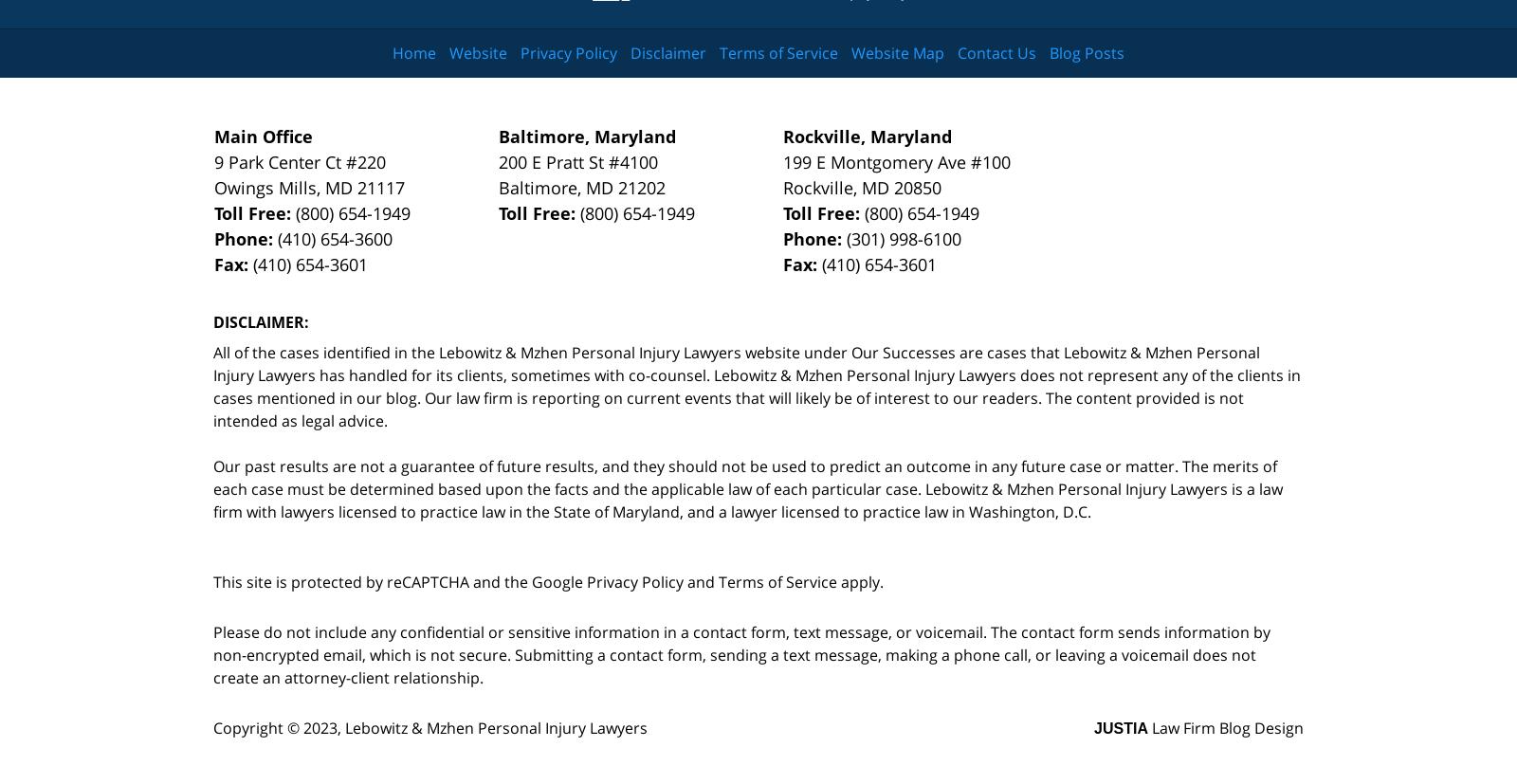  Describe the element at coordinates (777, 580) in the screenshot. I see `'Terms of Service'` at that location.